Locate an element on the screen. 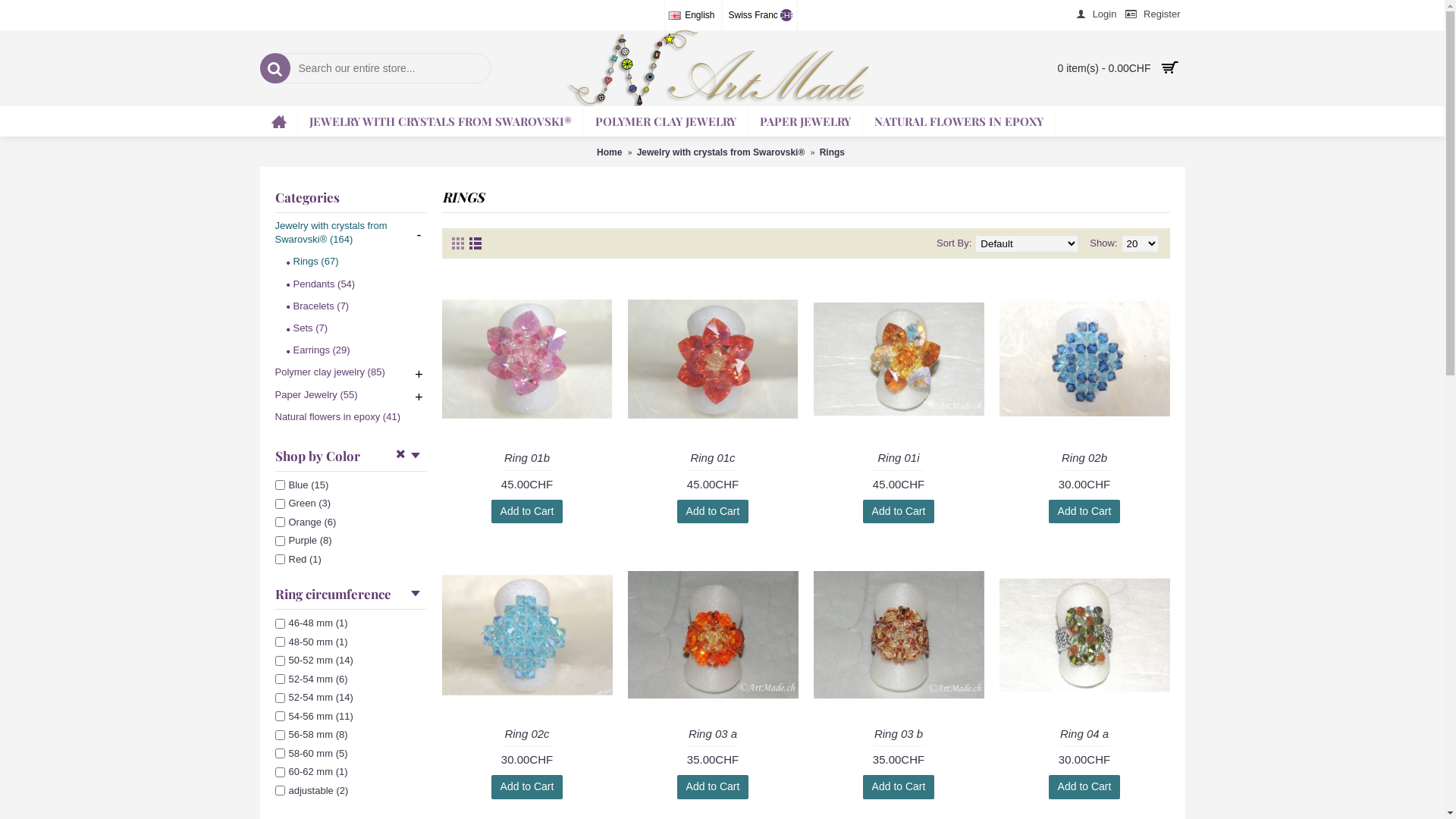  'Ring 04 a' is located at coordinates (1084, 733).